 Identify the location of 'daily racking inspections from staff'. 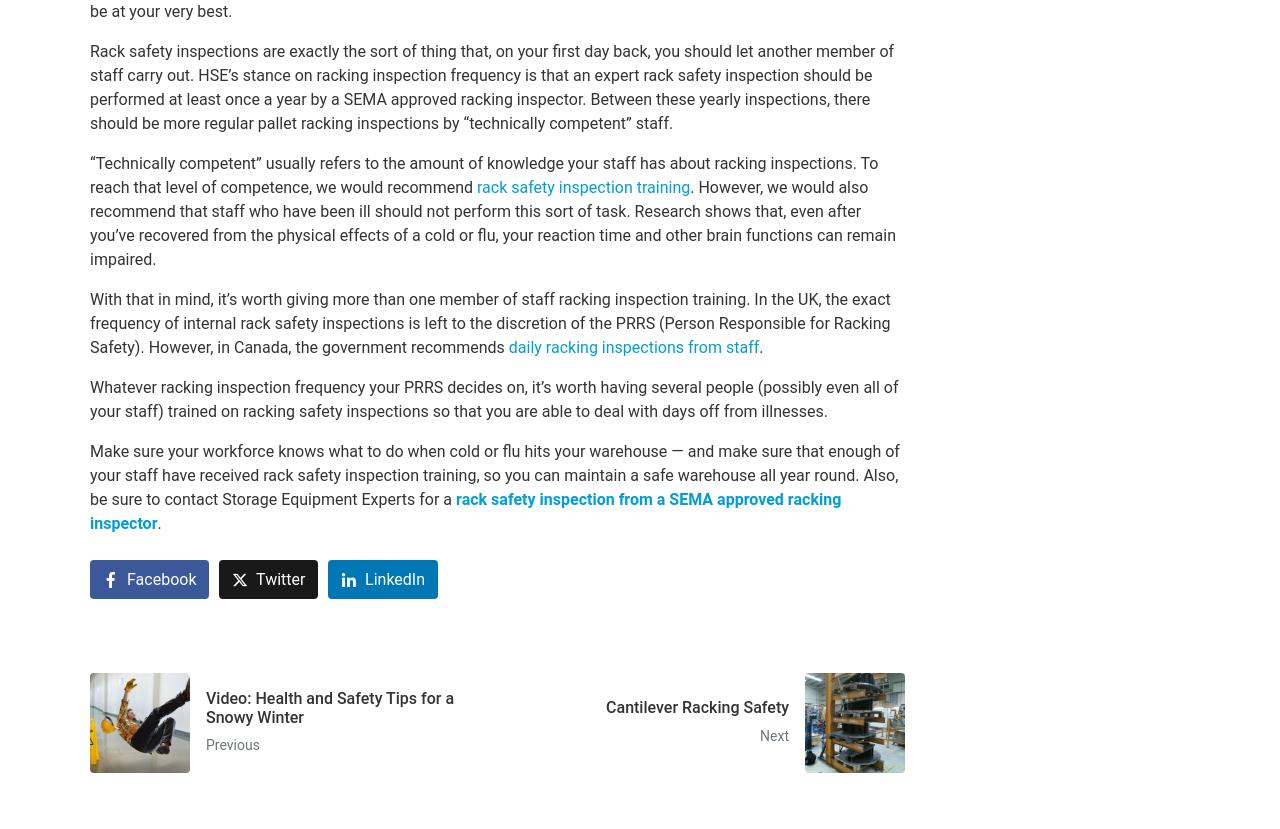
(632, 346).